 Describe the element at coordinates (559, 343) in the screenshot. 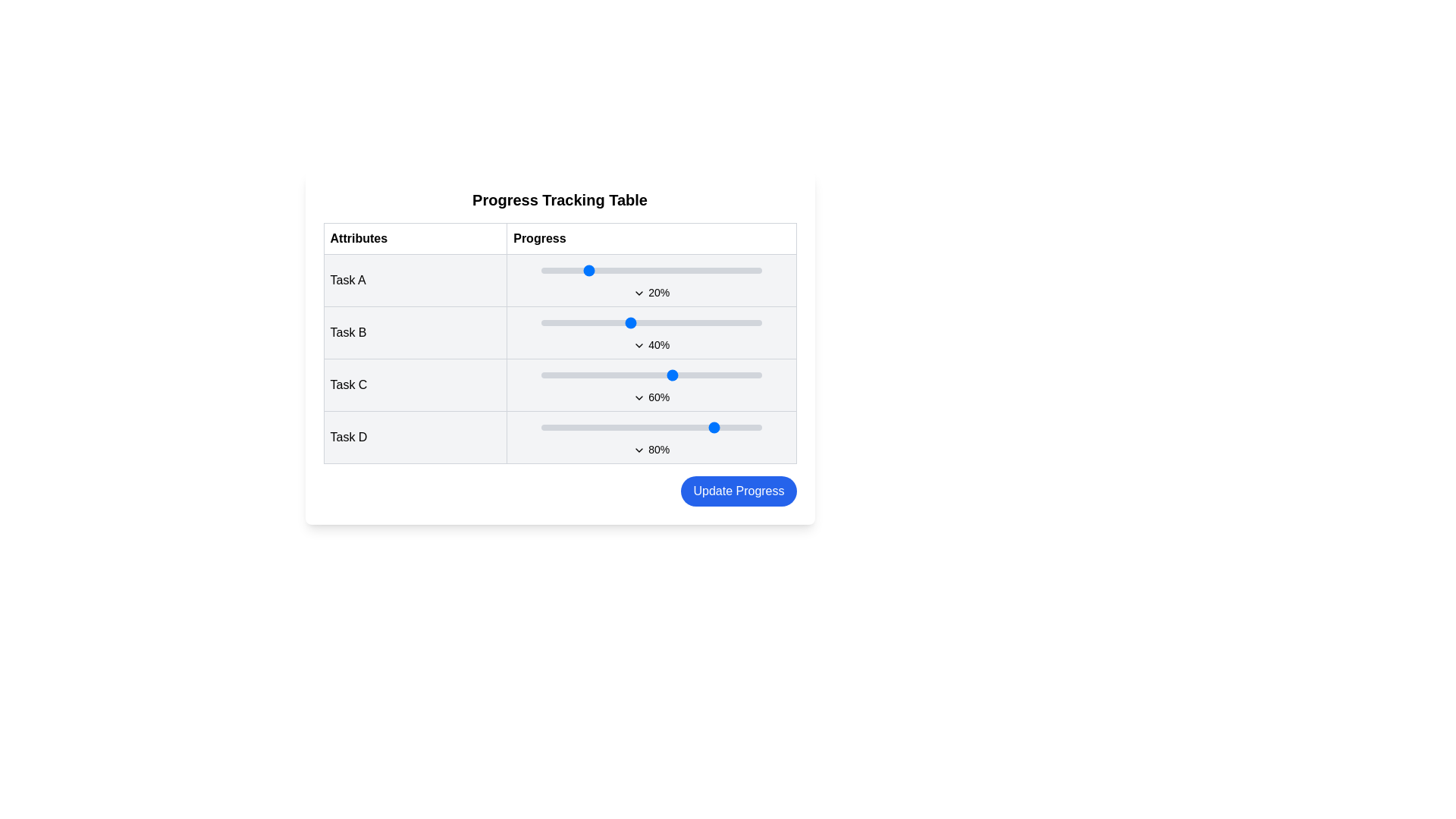

I see `the main tabular section of the 'Progress Tracking Table' which contains rows of tasks and progress indicators` at that location.